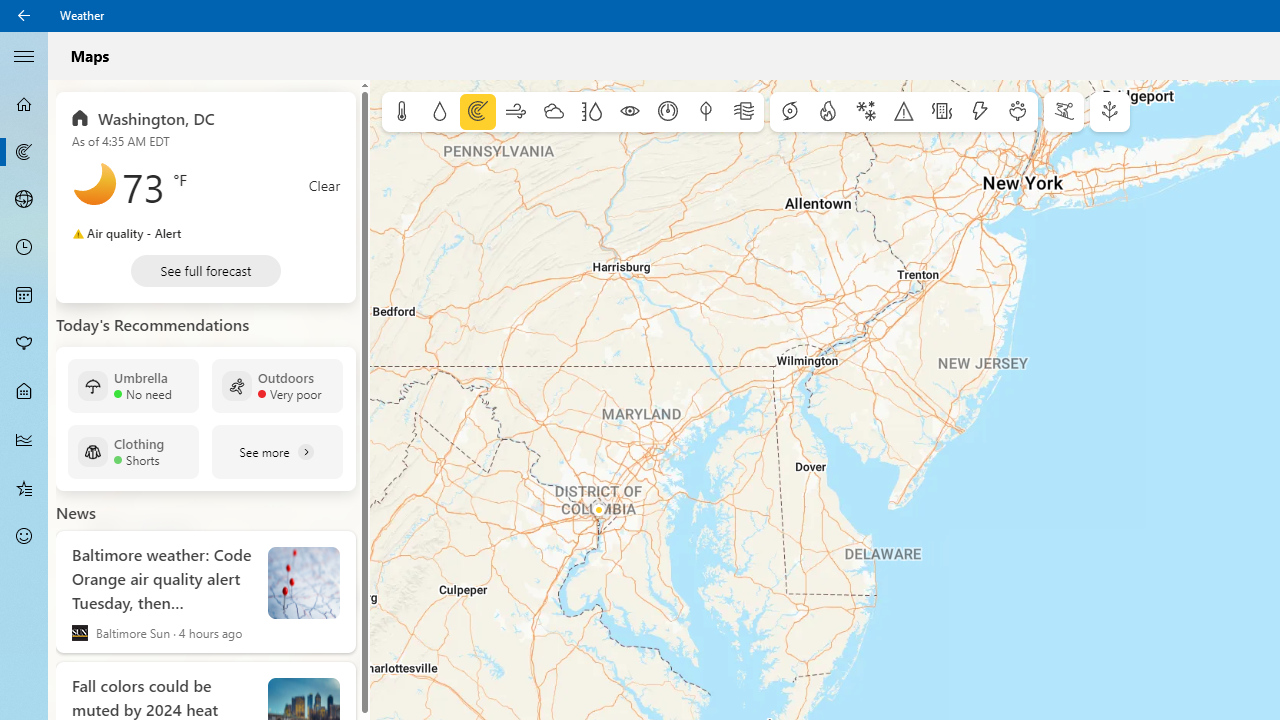 The image size is (1280, 720). What do you see at coordinates (24, 392) in the screenshot?
I see `'Life - Not Selected'` at bounding box center [24, 392].